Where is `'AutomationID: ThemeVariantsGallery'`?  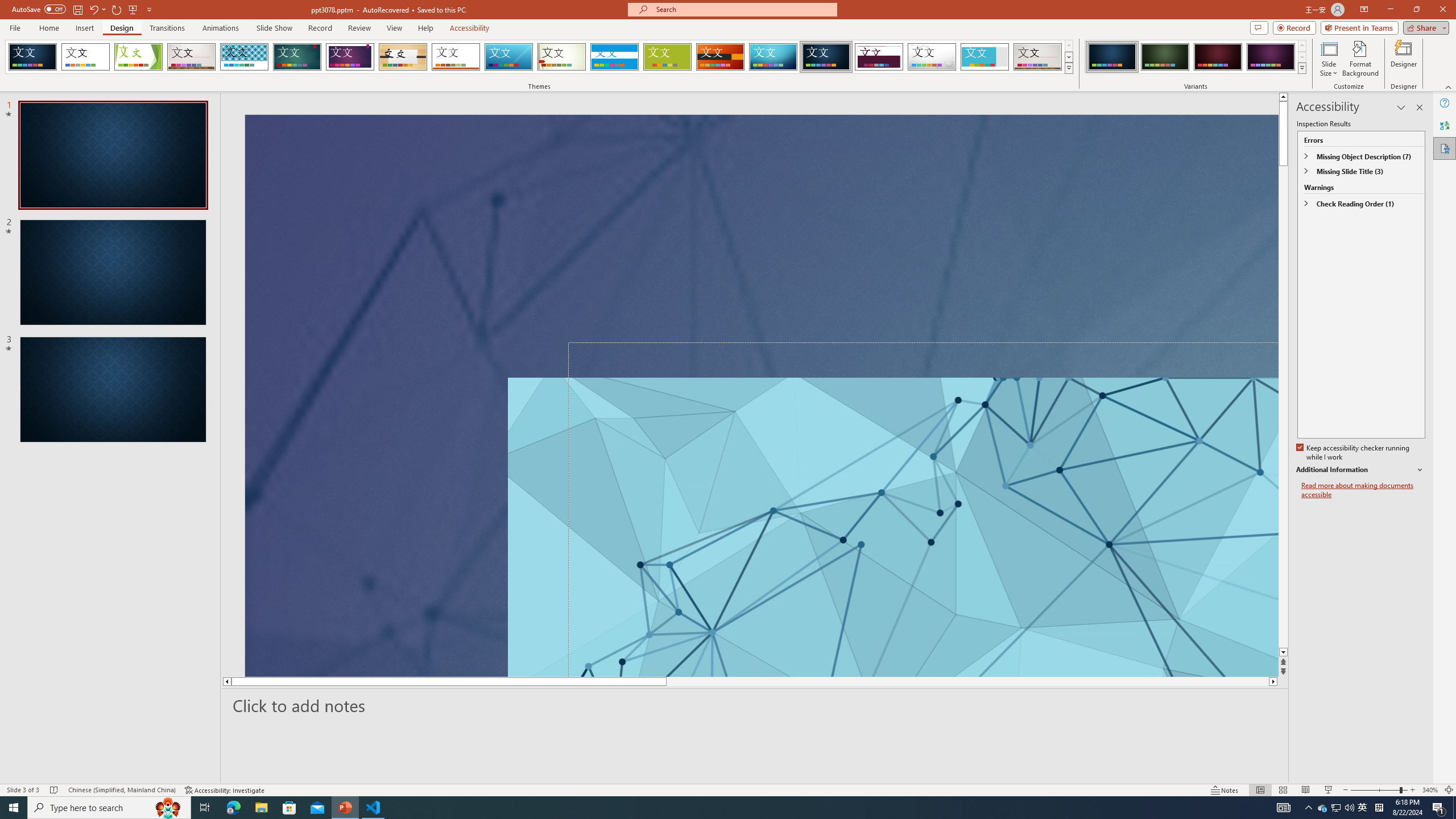 'AutomationID: ThemeVariantsGallery' is located at coordinates (1196, 56).